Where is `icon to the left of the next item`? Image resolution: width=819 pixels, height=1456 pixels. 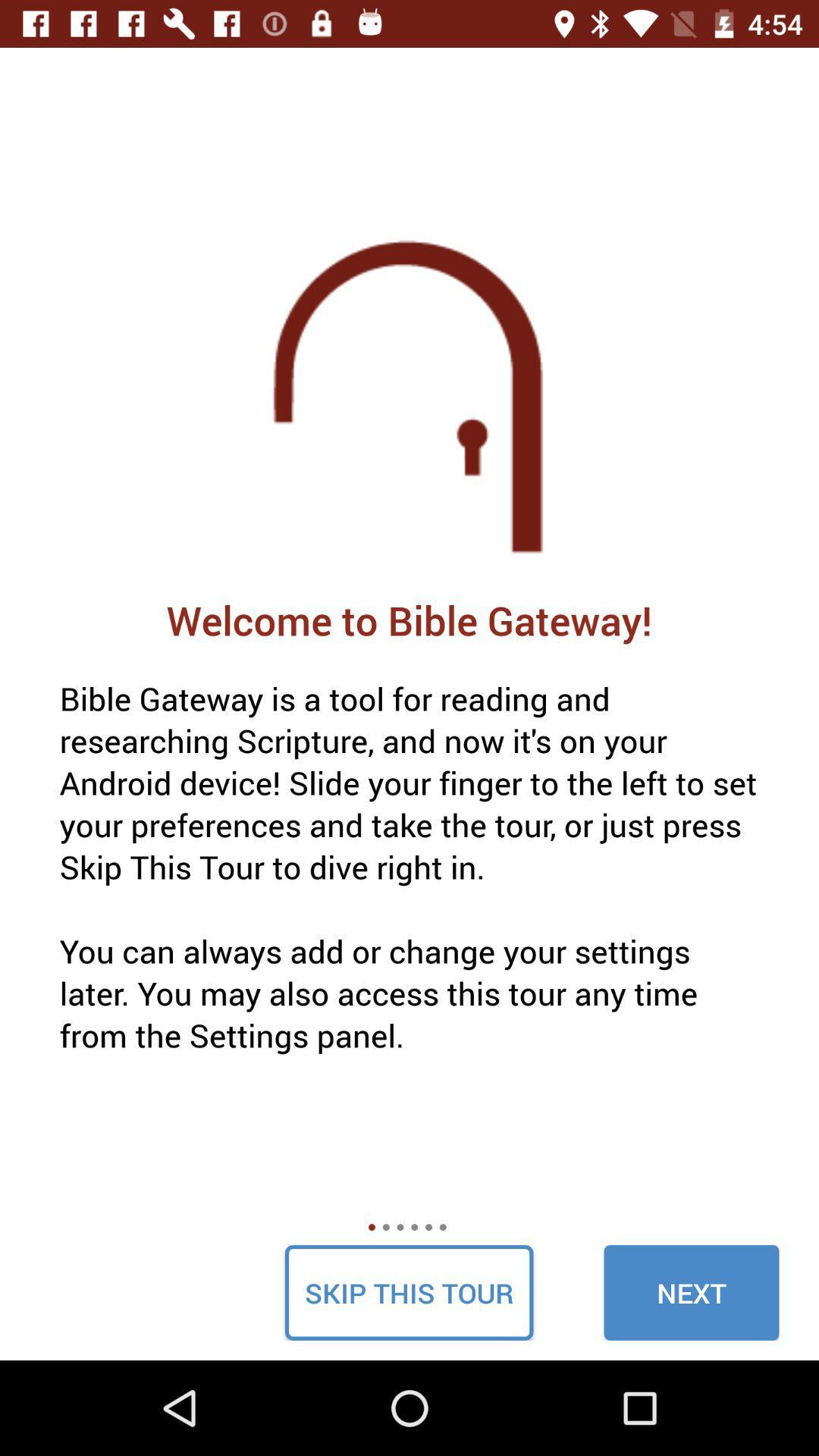 icon to the left of the next item is located at coordinates (408, 1291).